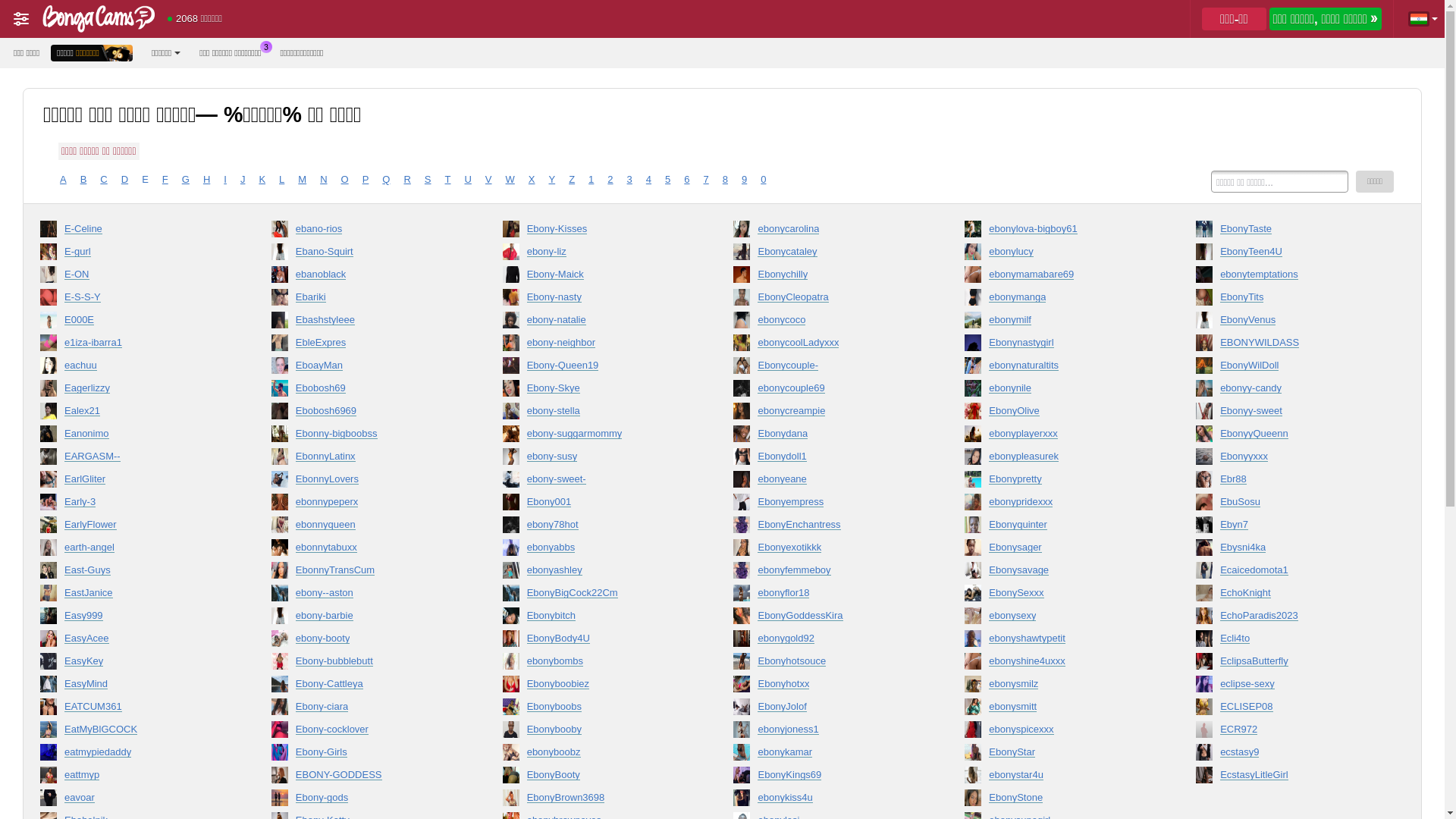 The image size is (1456, 819). What do you see at coordinates (1288, 482) in the screenshot?
I see `'Ebr88'` at bounding box center [1288, 482].